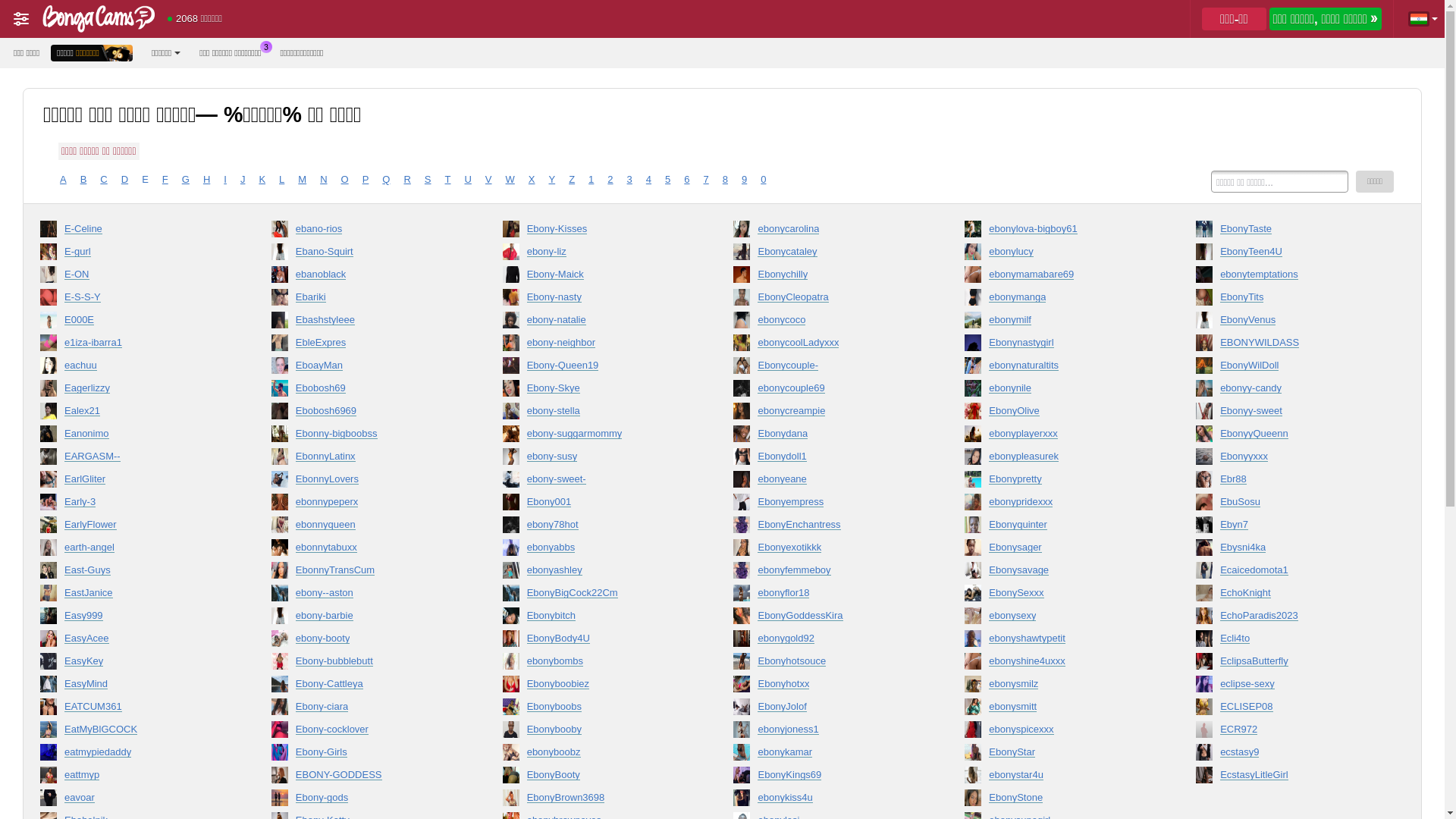 The image size is (1456, 819). What do you see at coordinates (1288, 482) in the screenshot?
I see `'Ebr88'` at bounding box center [1288, 482].